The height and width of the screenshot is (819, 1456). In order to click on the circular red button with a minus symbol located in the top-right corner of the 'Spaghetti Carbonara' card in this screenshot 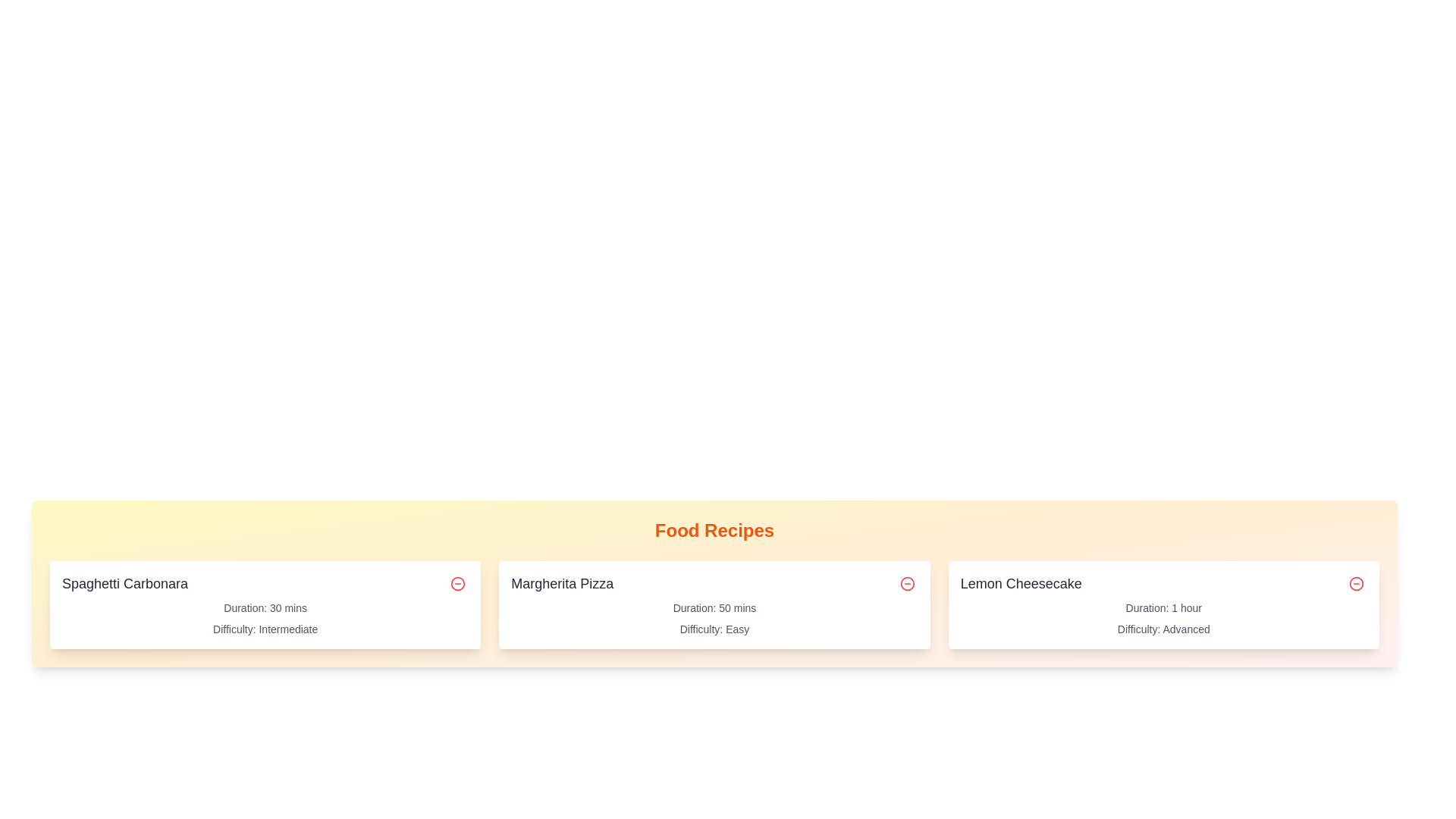, I will do `click(457, 583)`.